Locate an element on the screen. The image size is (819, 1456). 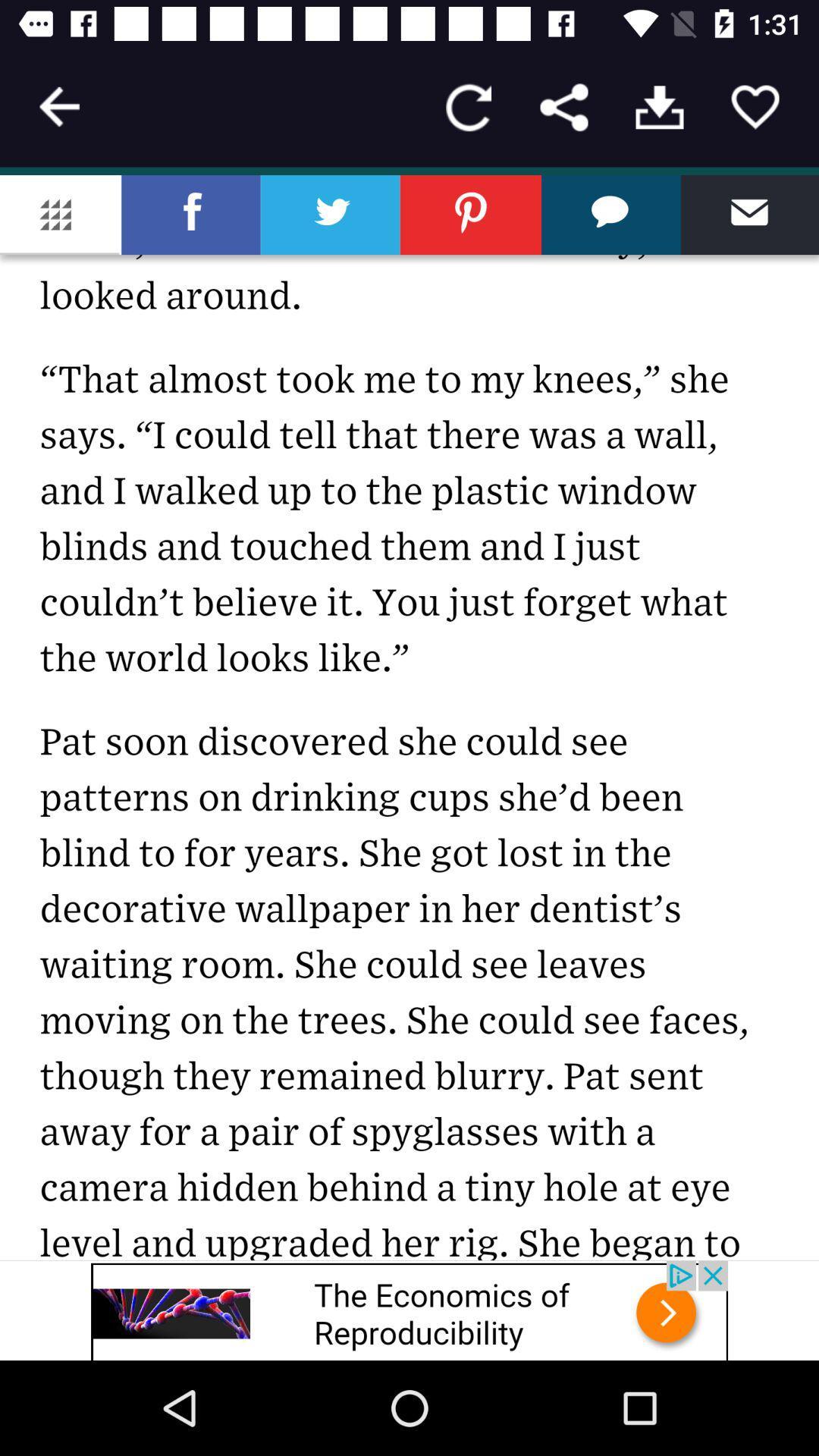
main content area is located at coordinates (409, 717).